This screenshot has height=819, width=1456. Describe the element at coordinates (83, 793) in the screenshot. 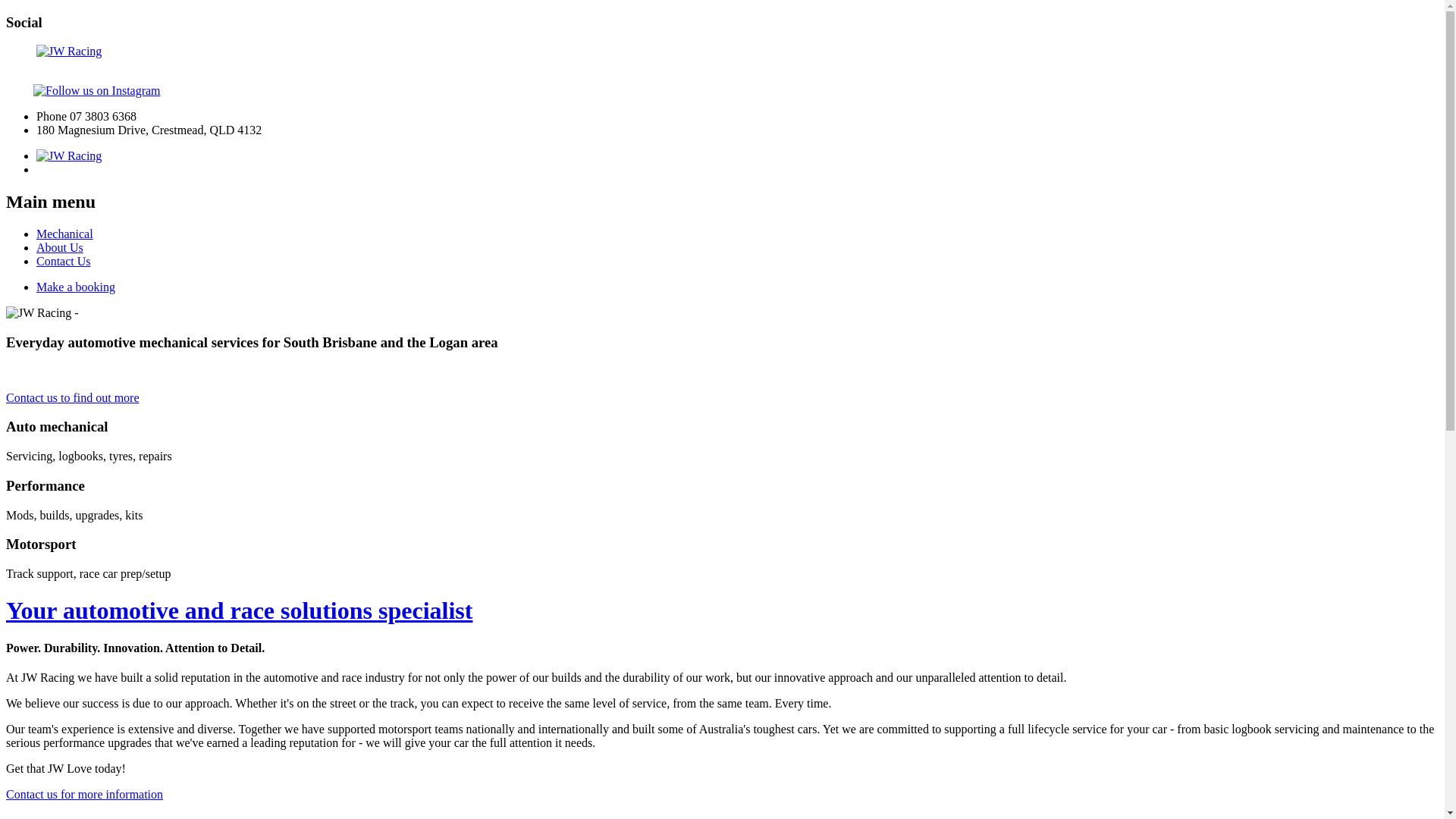

I see `'Contact us for more information'` at that location.